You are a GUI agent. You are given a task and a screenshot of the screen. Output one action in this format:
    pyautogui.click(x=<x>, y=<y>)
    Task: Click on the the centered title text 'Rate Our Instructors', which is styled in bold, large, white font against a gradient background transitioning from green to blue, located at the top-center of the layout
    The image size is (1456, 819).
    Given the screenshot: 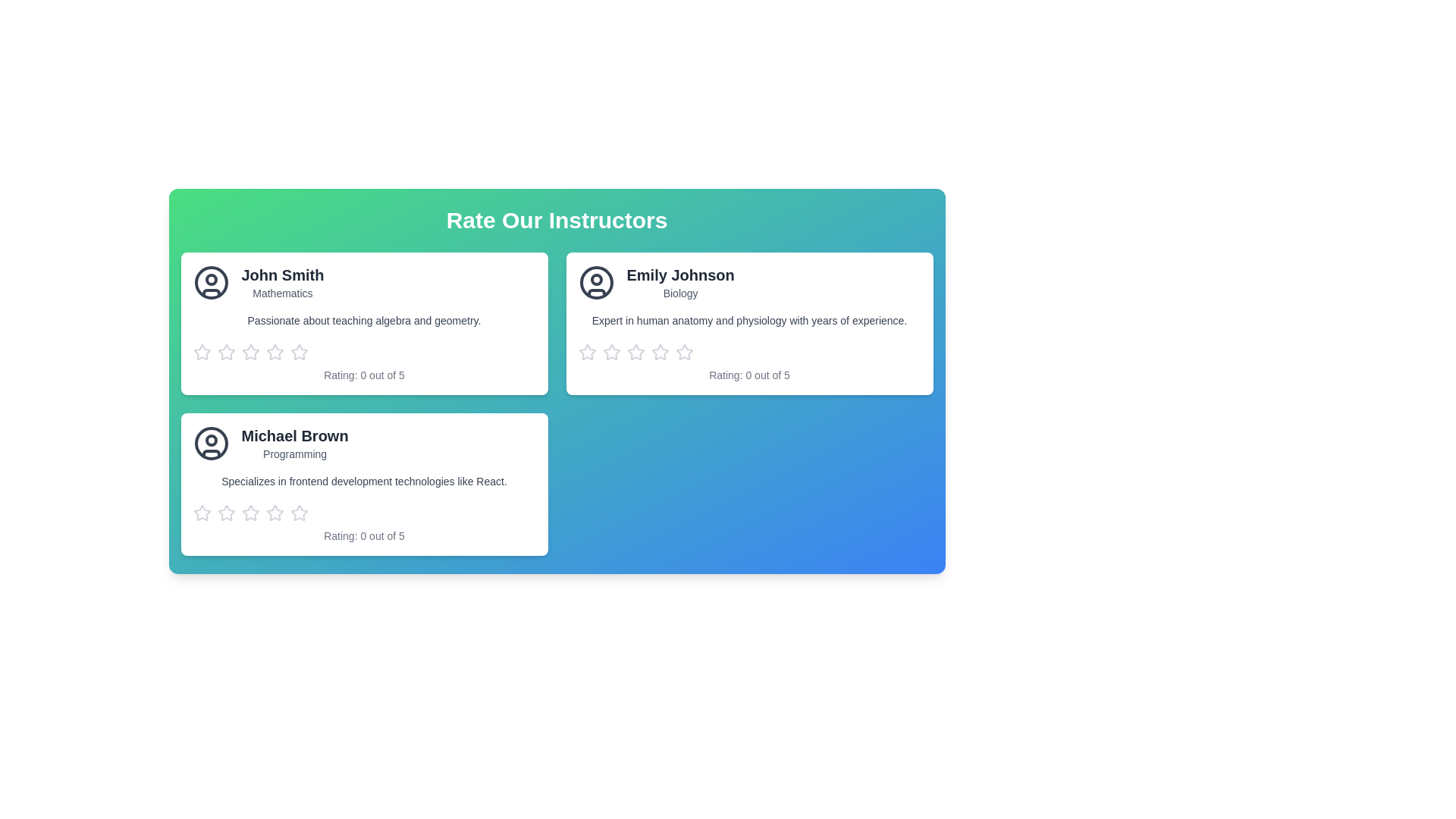 What is the action you would take?
    pyautogui.click(x=556, y=220)
    